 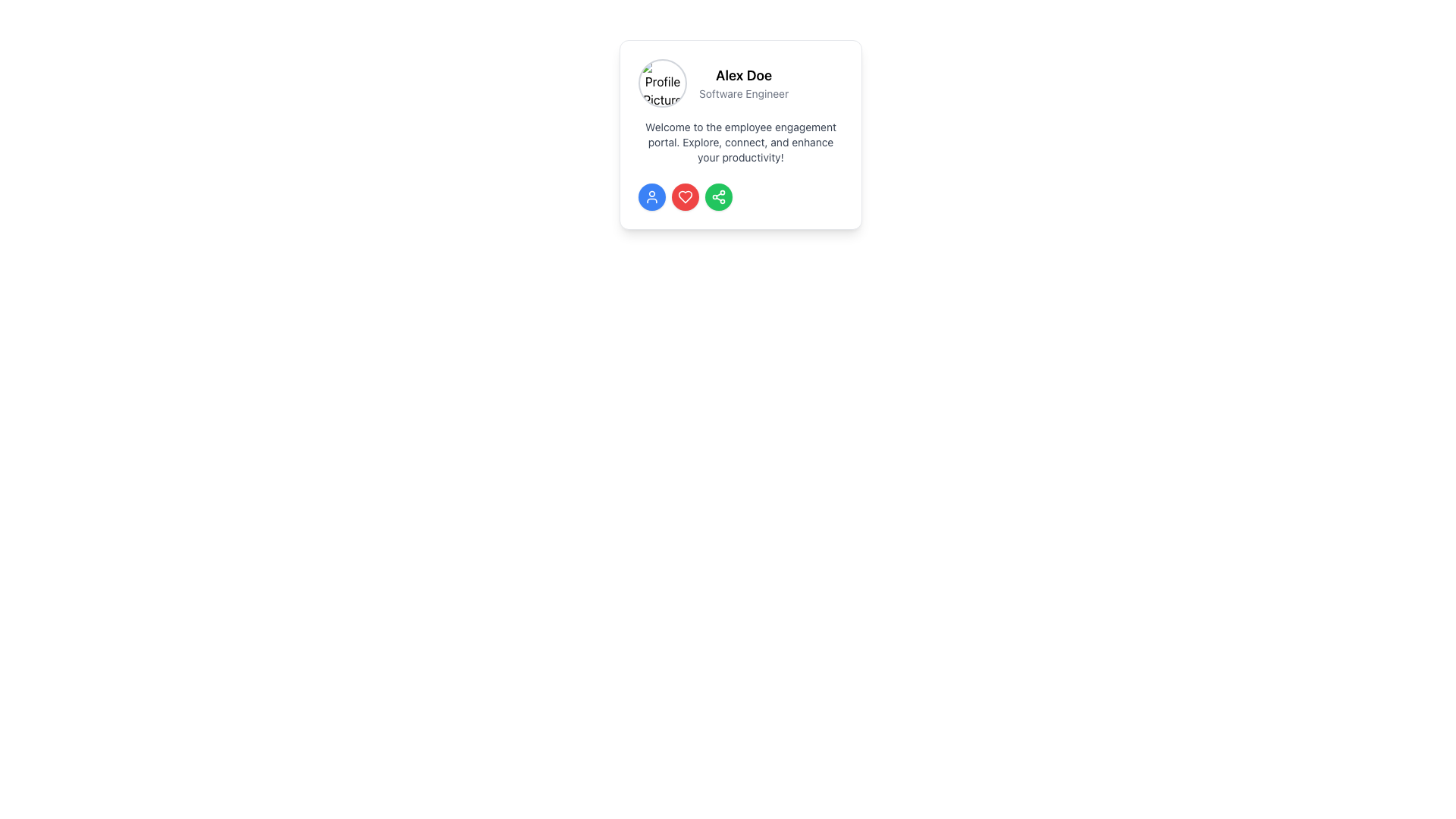 I want to click on the user profile button, which is the leftmost circular button in a row of three buttons located at the bottom center of the card interface, so click(x=651, y=196).